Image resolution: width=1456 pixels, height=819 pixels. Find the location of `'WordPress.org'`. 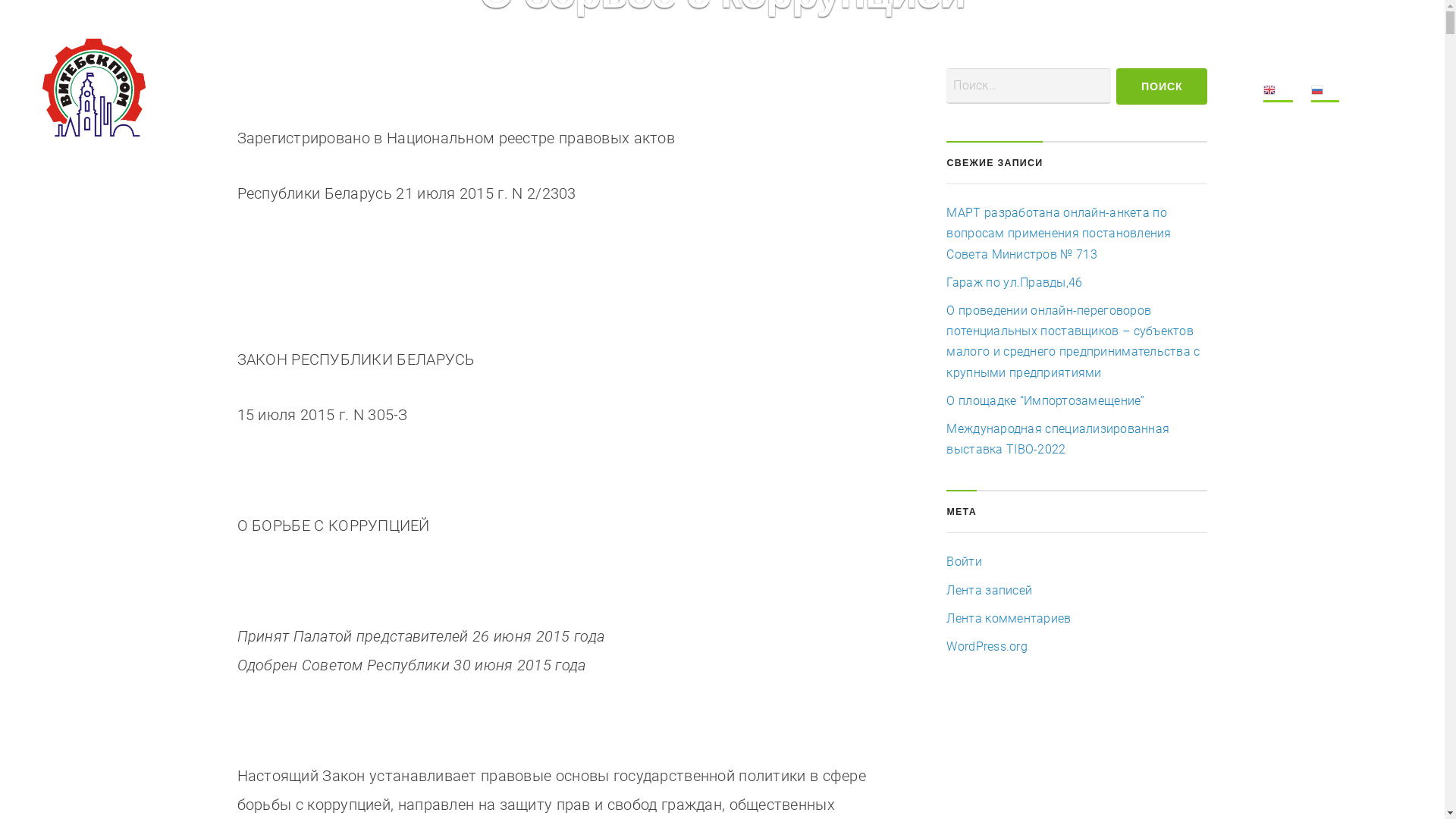

'WordPress.org' is located at coordinates (987, 646).